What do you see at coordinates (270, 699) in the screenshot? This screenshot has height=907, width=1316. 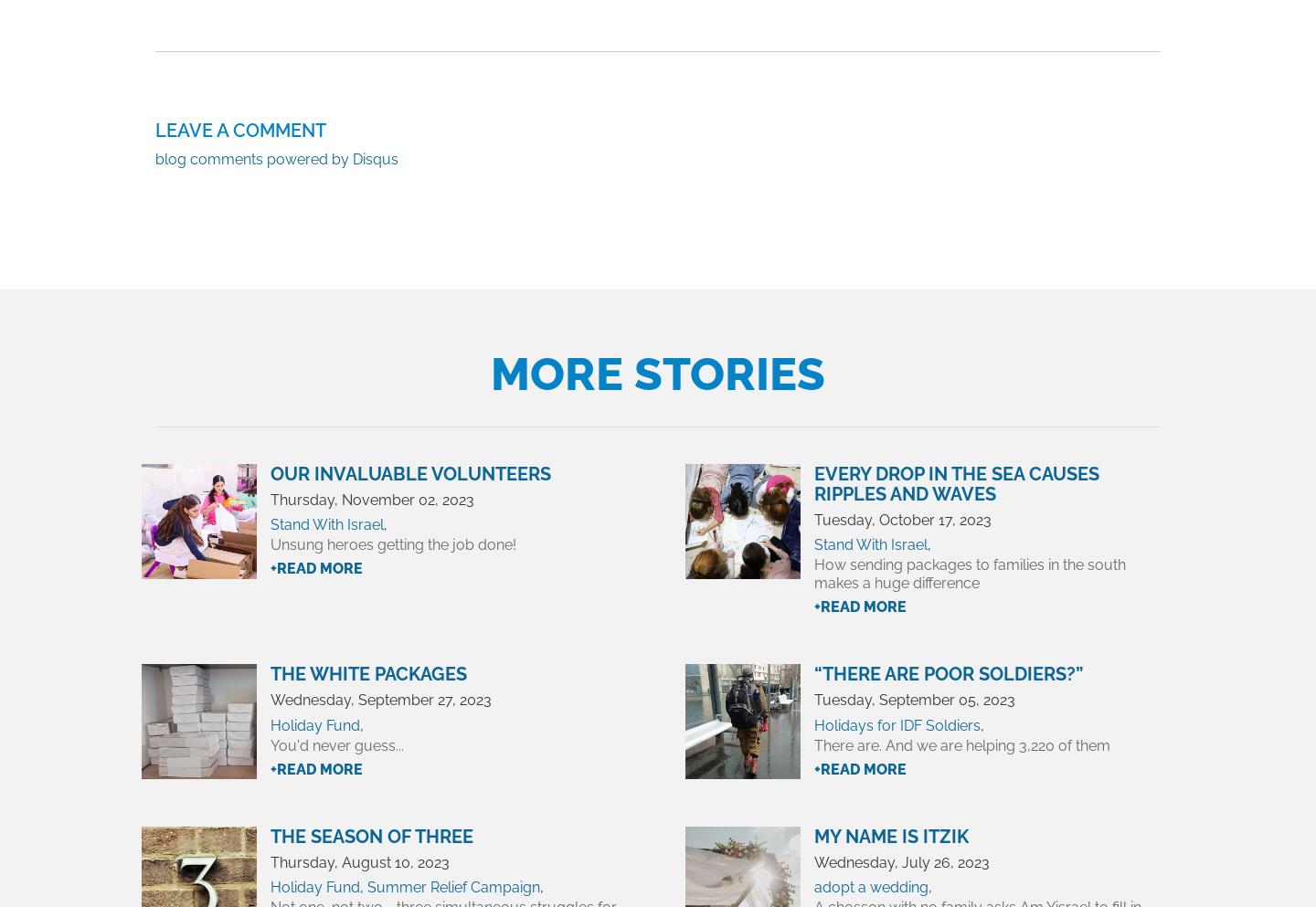 I see `'Wednesday, September 27, 2023'` at bounding box center [270, 699].